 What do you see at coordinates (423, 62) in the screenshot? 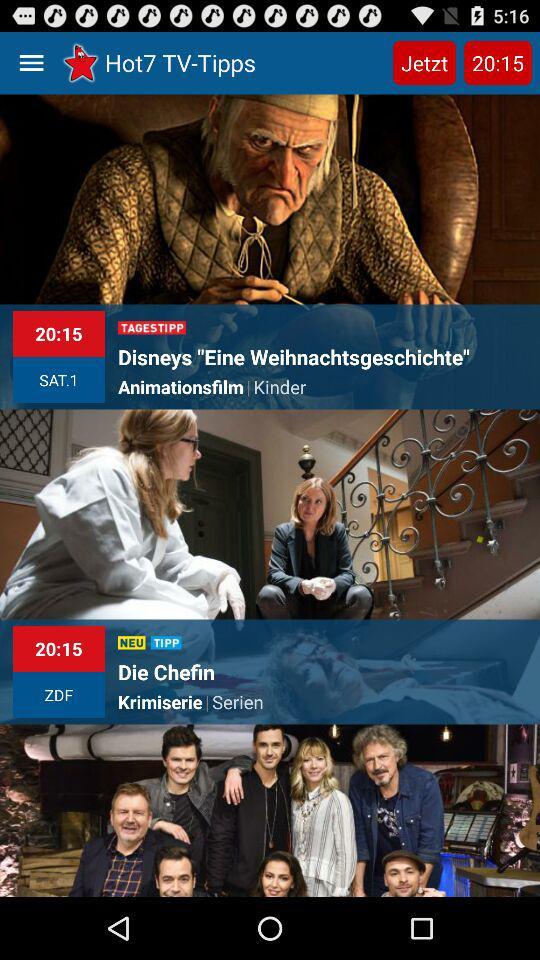
I see `the button to the left of the 20:15 item` at bounding box center [423, 62].